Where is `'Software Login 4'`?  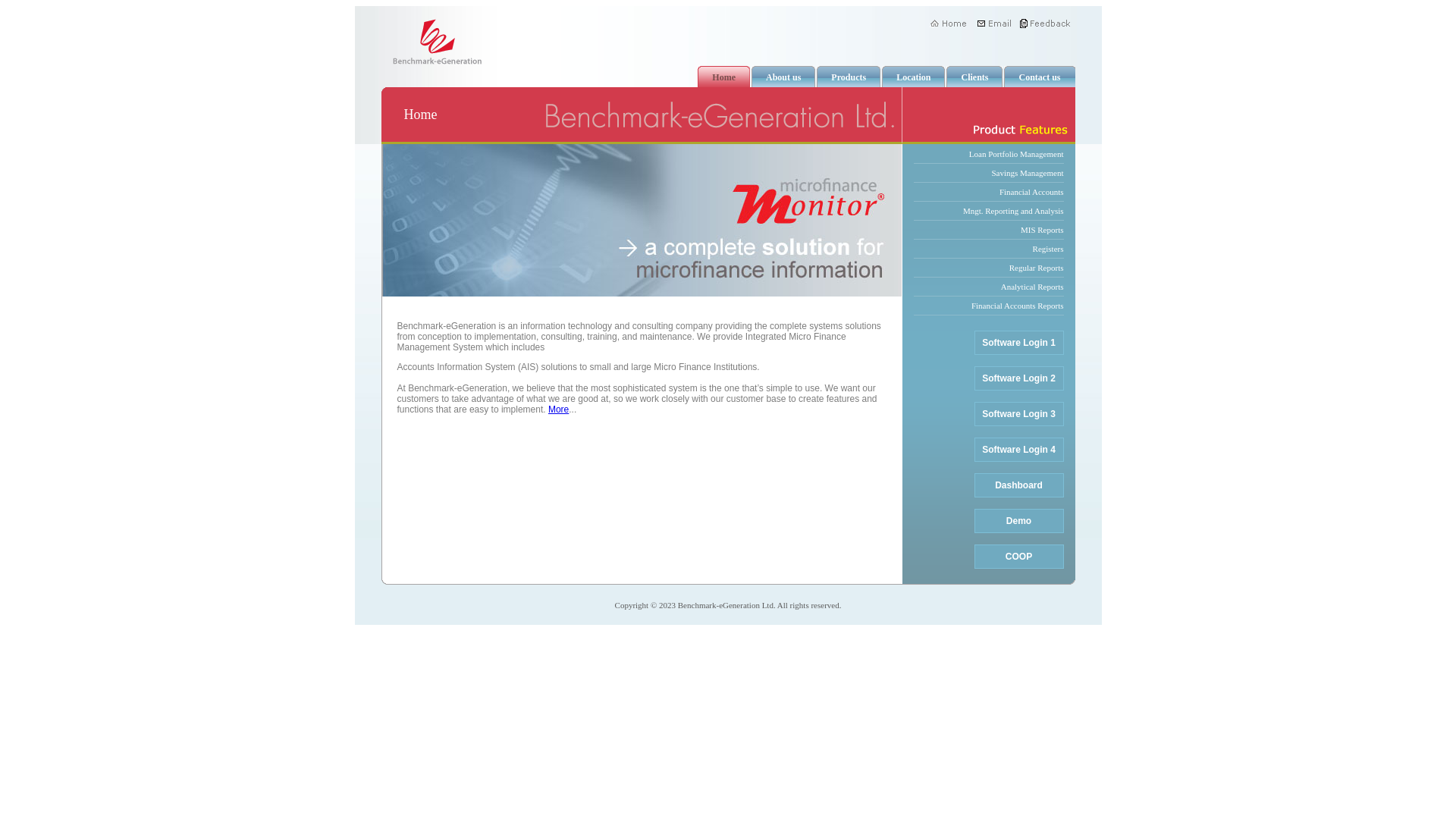 'Software Login 4' is located at coordinates (1018, 449).